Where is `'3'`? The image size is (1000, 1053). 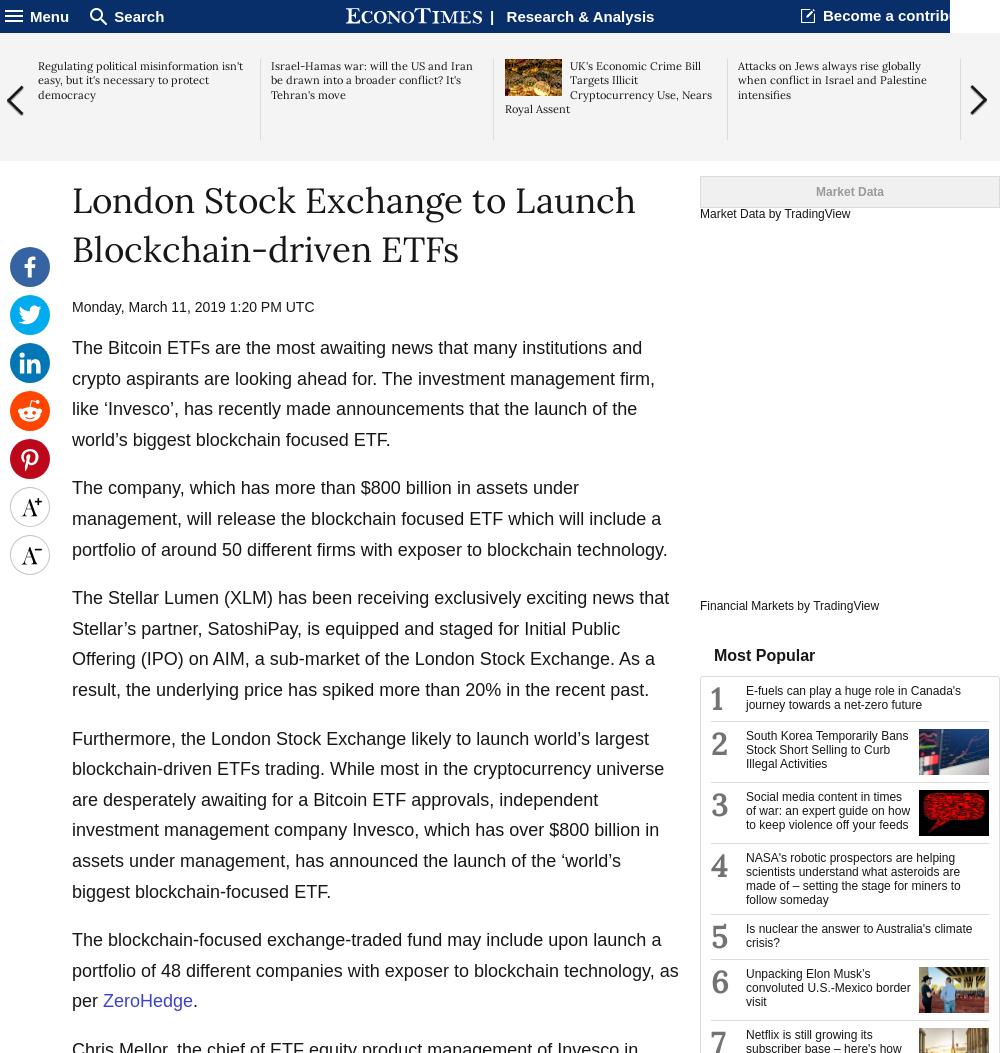
'3' is located at coordinates (718, 805).